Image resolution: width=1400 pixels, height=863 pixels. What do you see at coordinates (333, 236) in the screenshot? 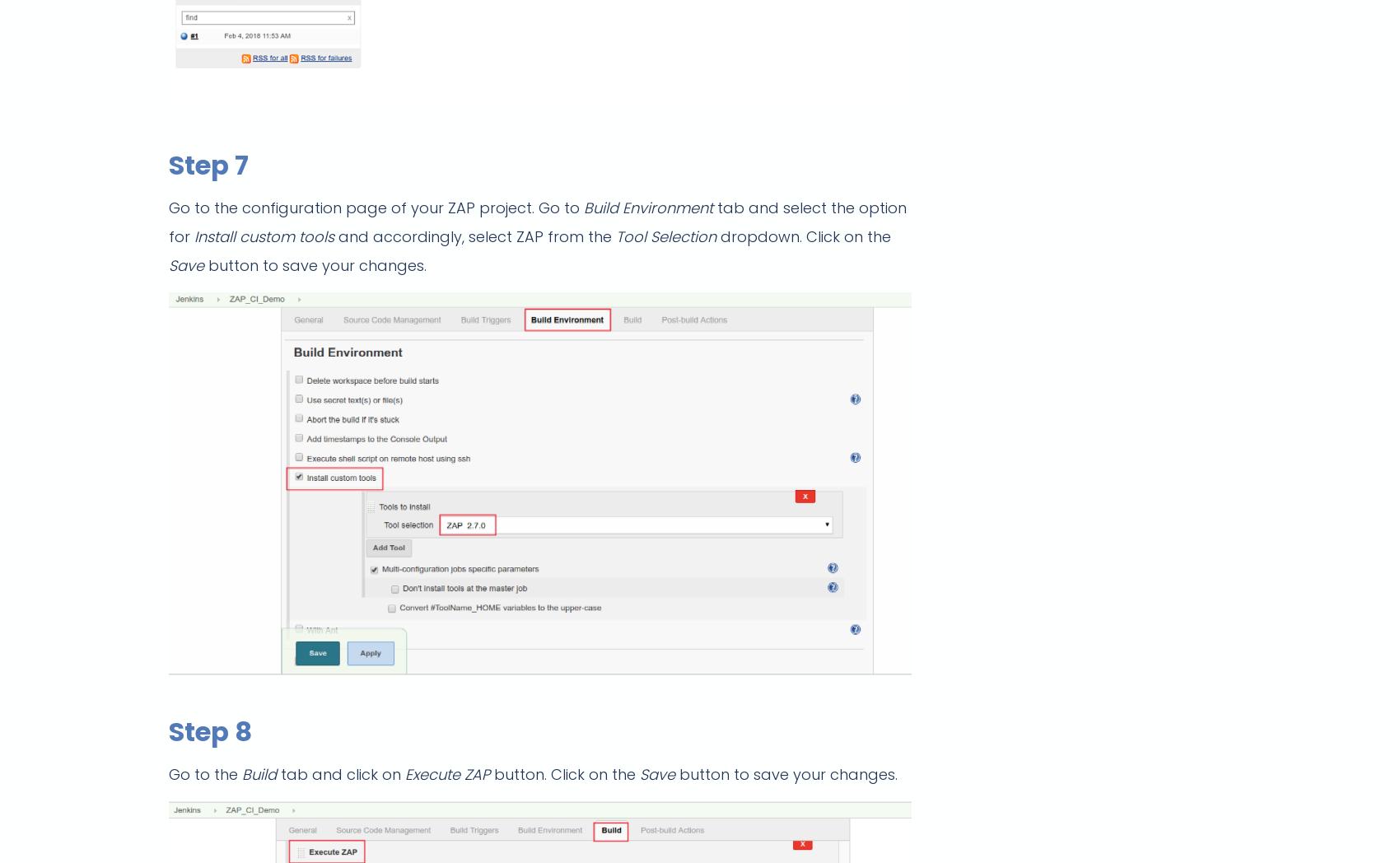
I see `'and accordingly, select ZAP from the'` at bounding box center [333, 236].